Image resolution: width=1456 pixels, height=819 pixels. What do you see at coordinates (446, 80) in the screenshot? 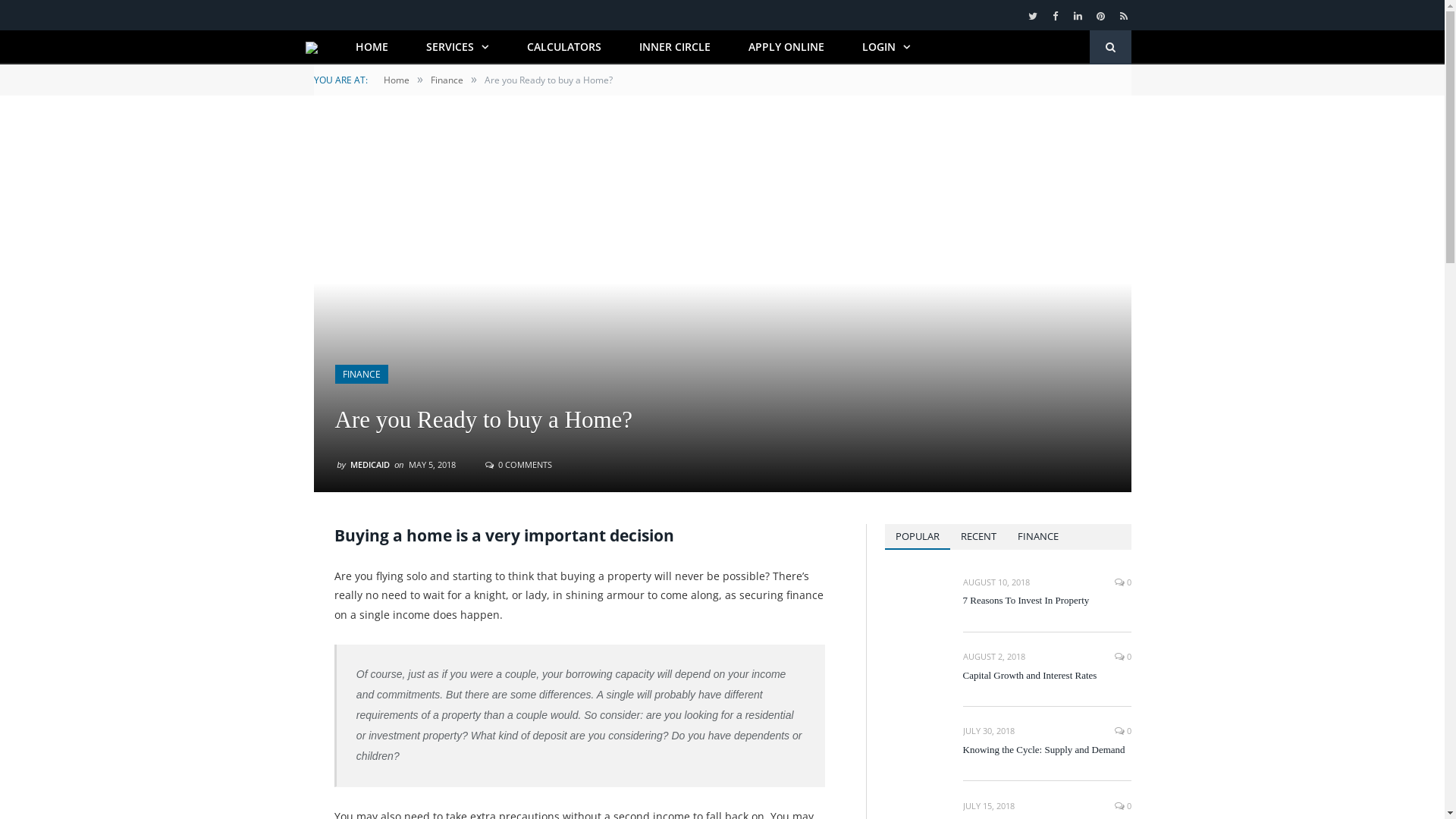
I see `'Finance'` at bounding box center [446, 80].